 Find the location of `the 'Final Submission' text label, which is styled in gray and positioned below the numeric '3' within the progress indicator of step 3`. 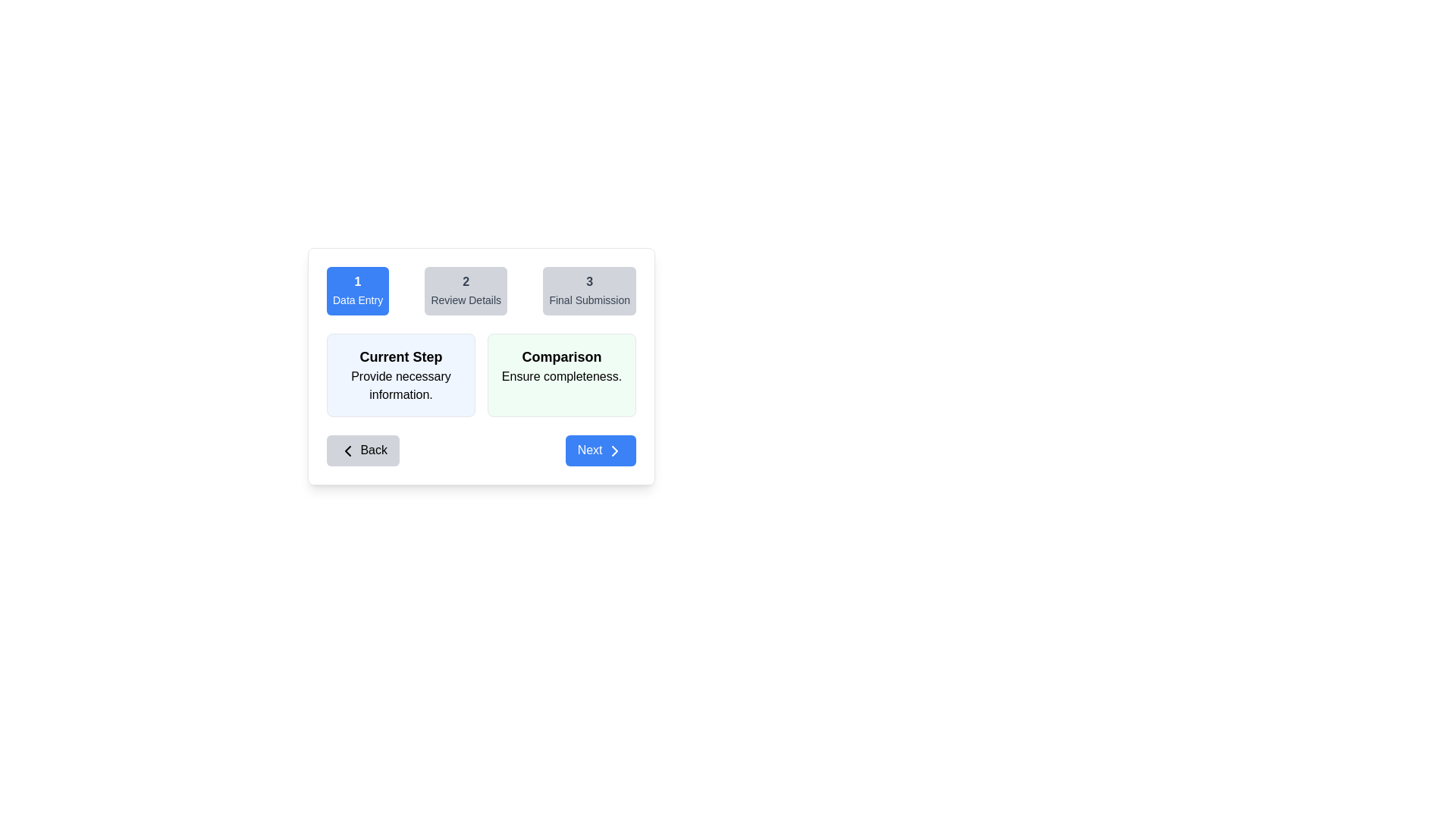

the 'Final Submission' text label, which is styled in gray and positioned below the numeric '3' within the progress indicator of step 3 is located at coordinates (588, 300).